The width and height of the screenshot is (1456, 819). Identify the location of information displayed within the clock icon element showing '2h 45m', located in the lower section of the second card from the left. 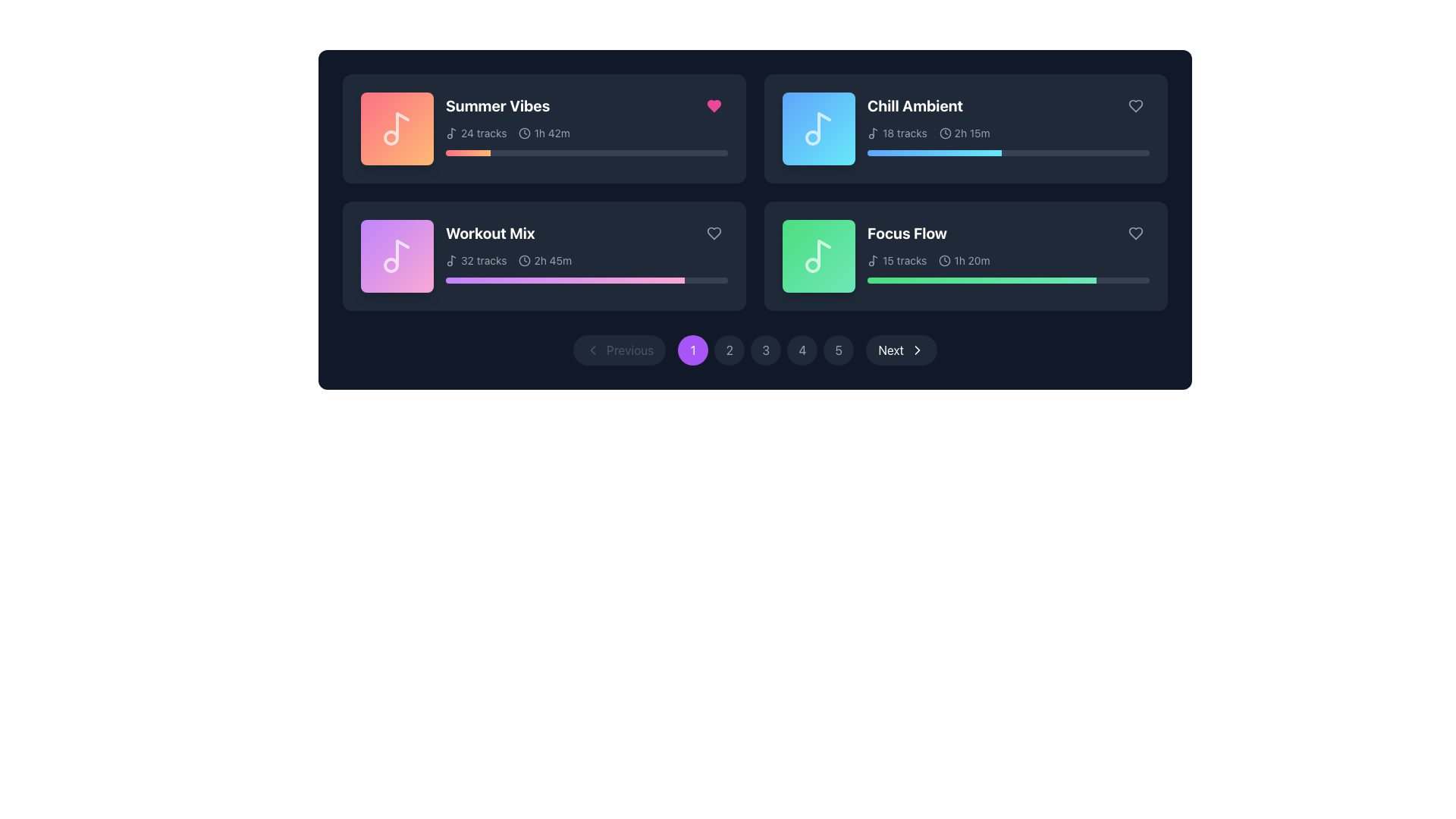
(545, 259).